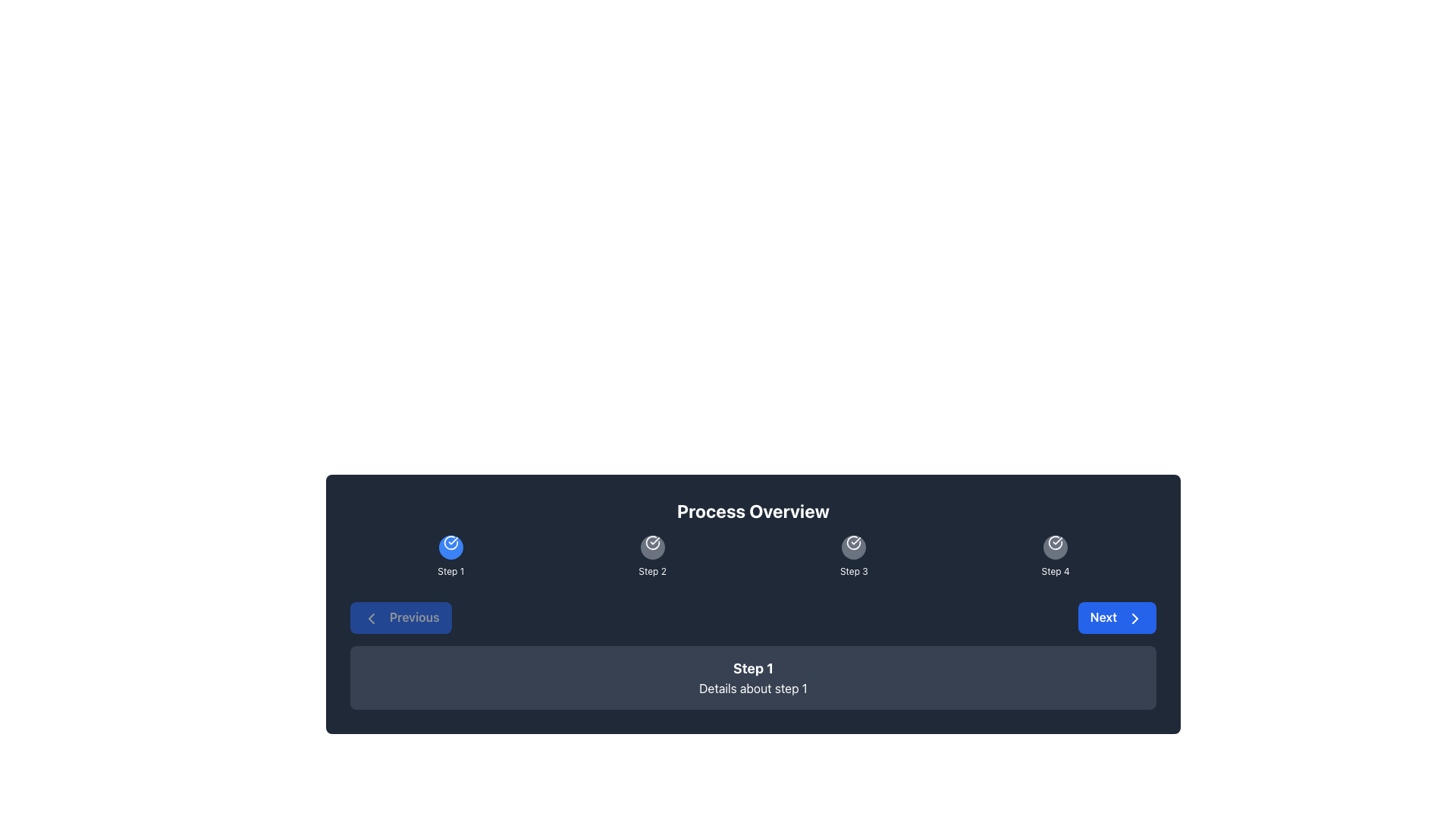 This screenshot has height=819, width=1456. I want to click on the second circular icon with a white outline and a checkmark, located on a dark background, so click(652, 542).